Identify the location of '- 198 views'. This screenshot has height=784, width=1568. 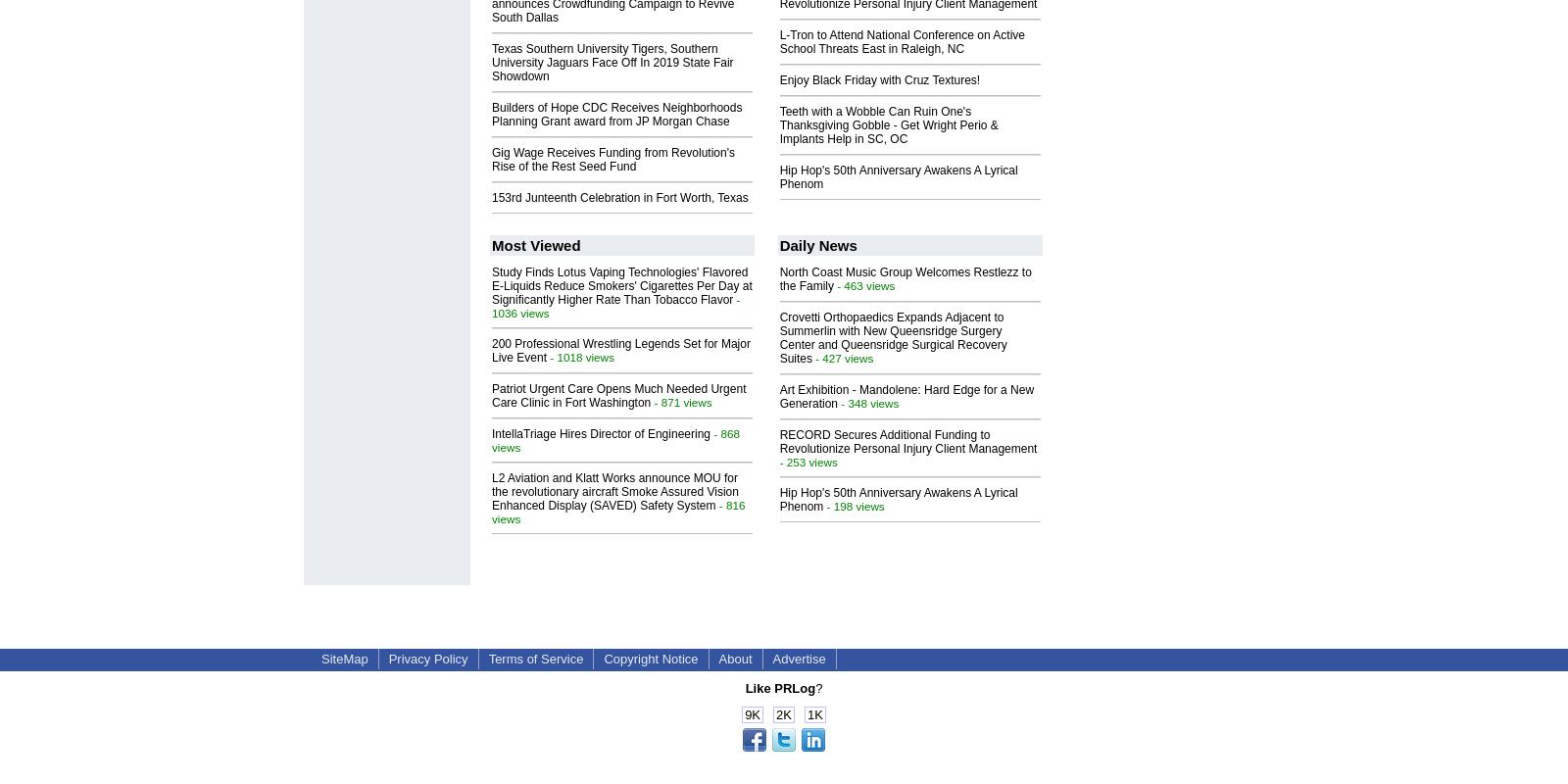
(853, 504).